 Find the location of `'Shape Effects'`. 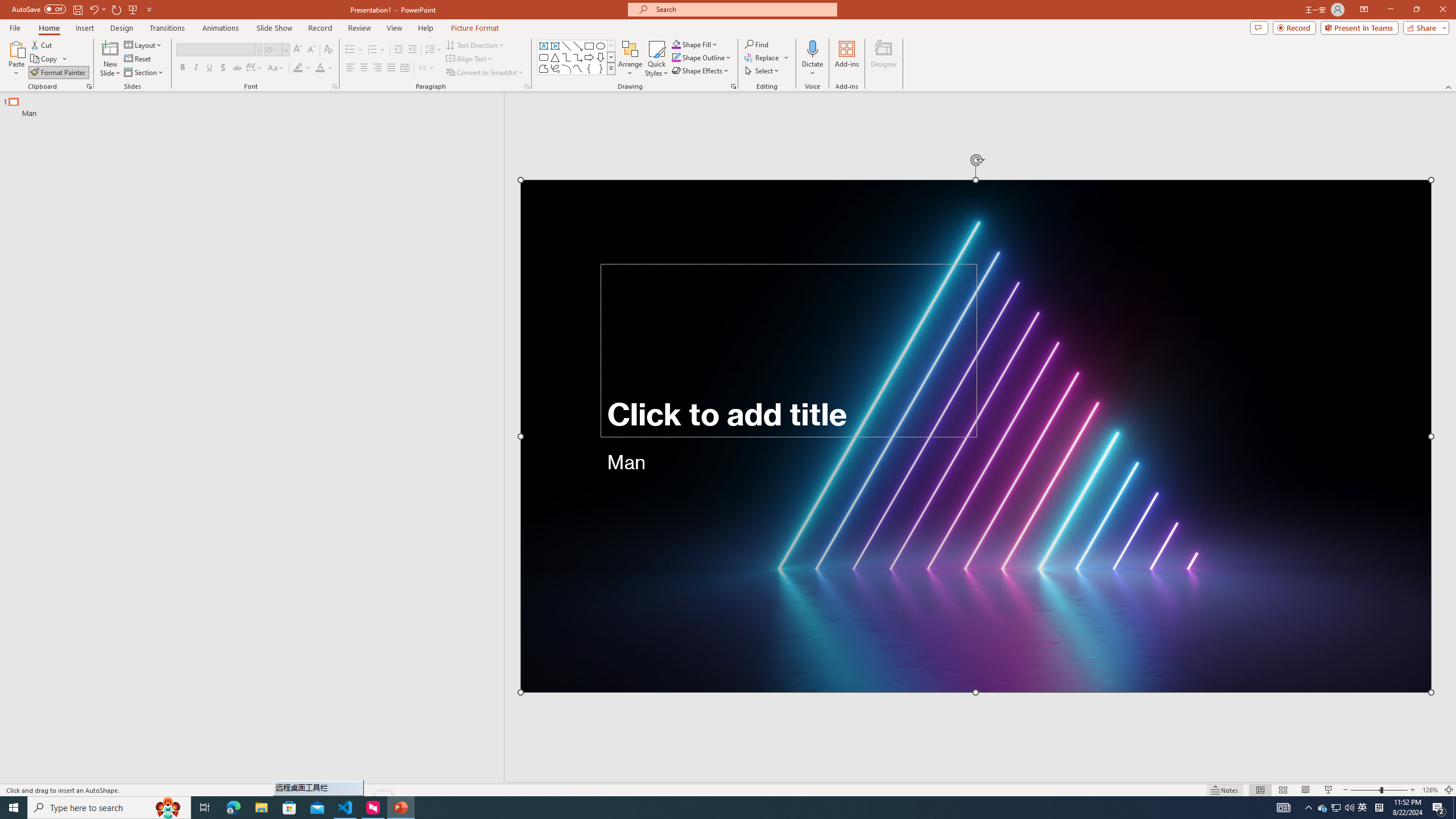

'Shape Effects' is located at coordinates (700, 69).